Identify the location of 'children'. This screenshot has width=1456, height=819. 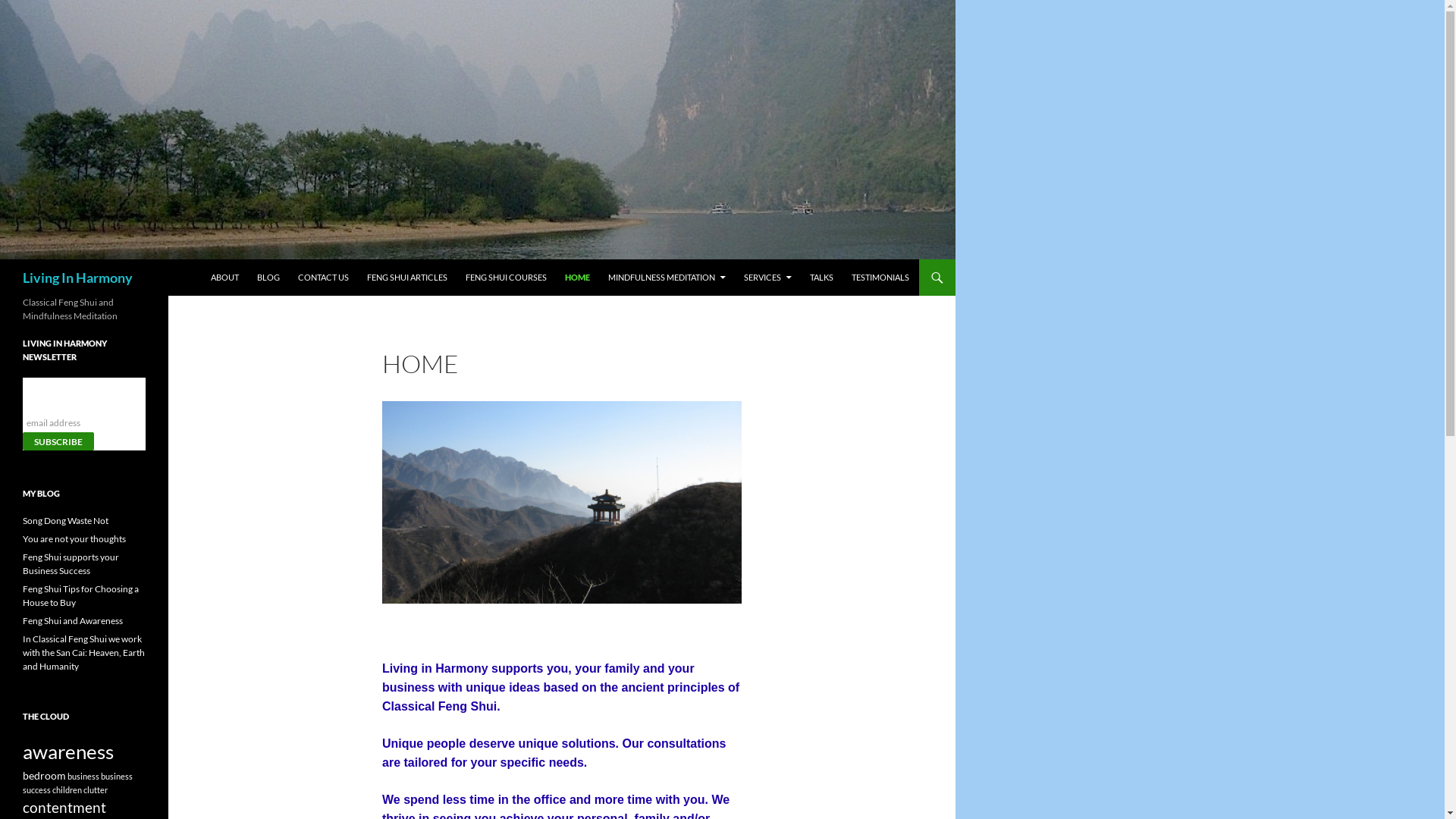
(66, 789).